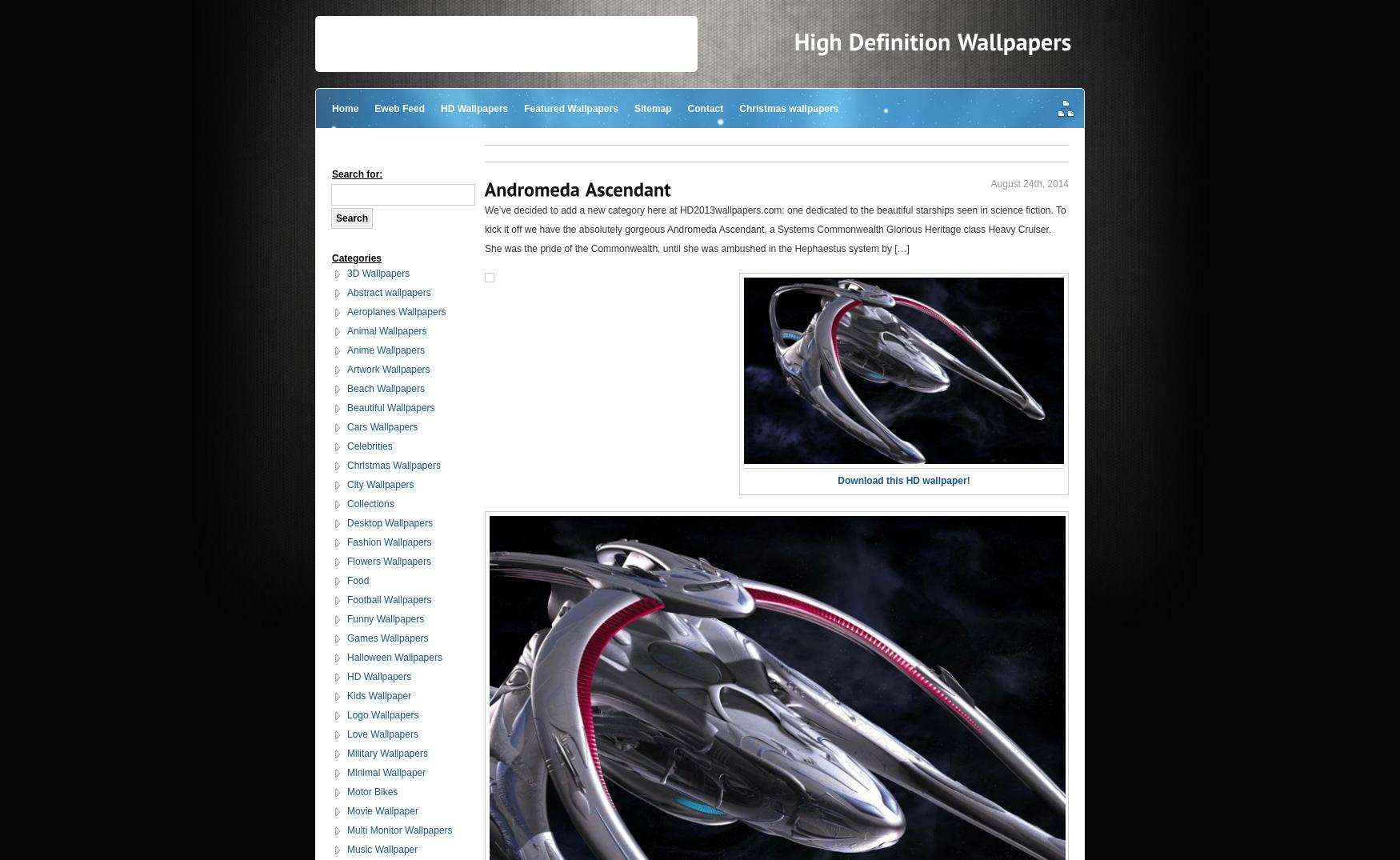 This screenshot has height=860, width=1400. I want to click on 'Artwork Wallpapers', so click(388, 370).